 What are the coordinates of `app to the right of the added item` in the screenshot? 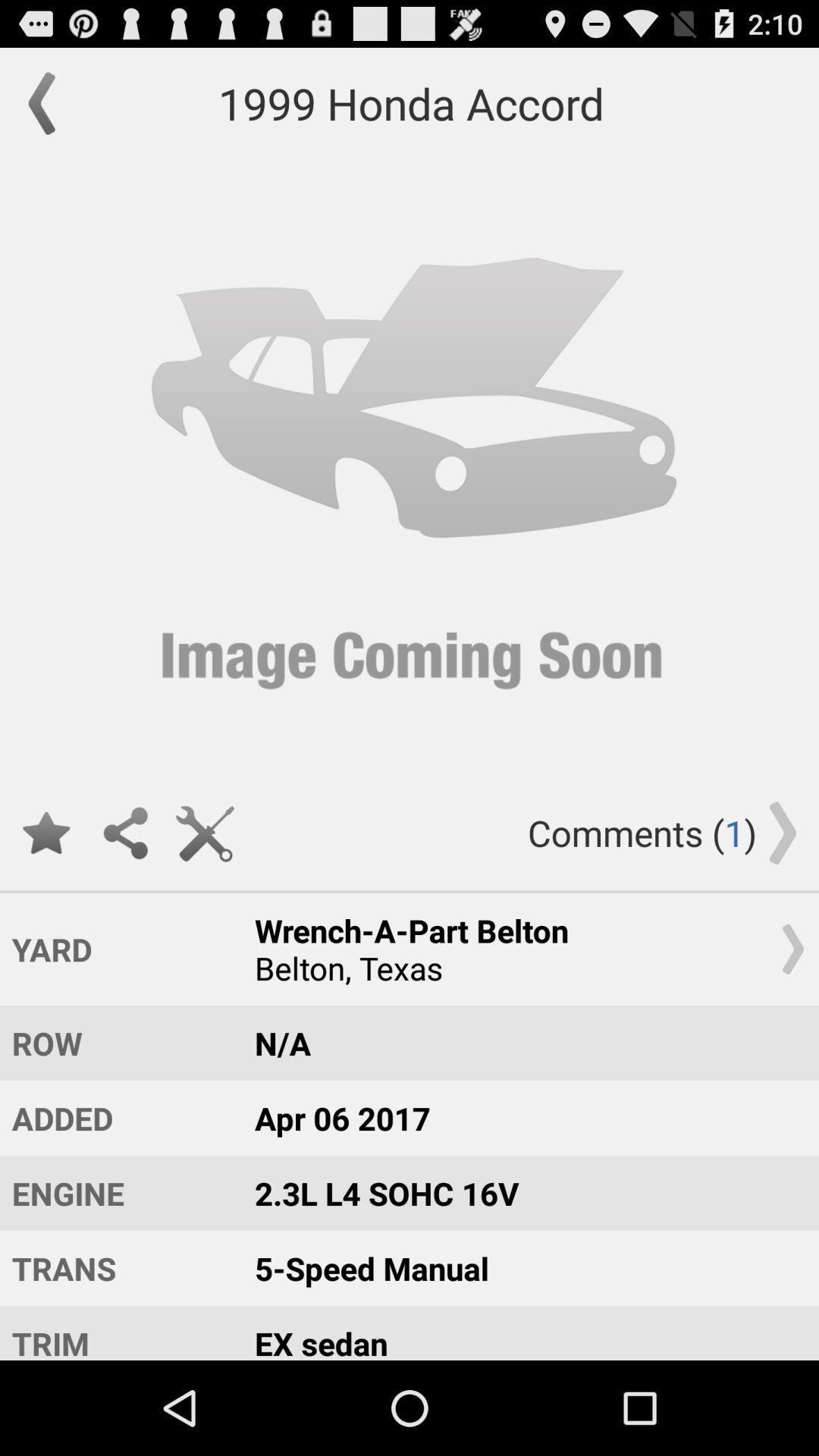 It's located at (522, 1192).